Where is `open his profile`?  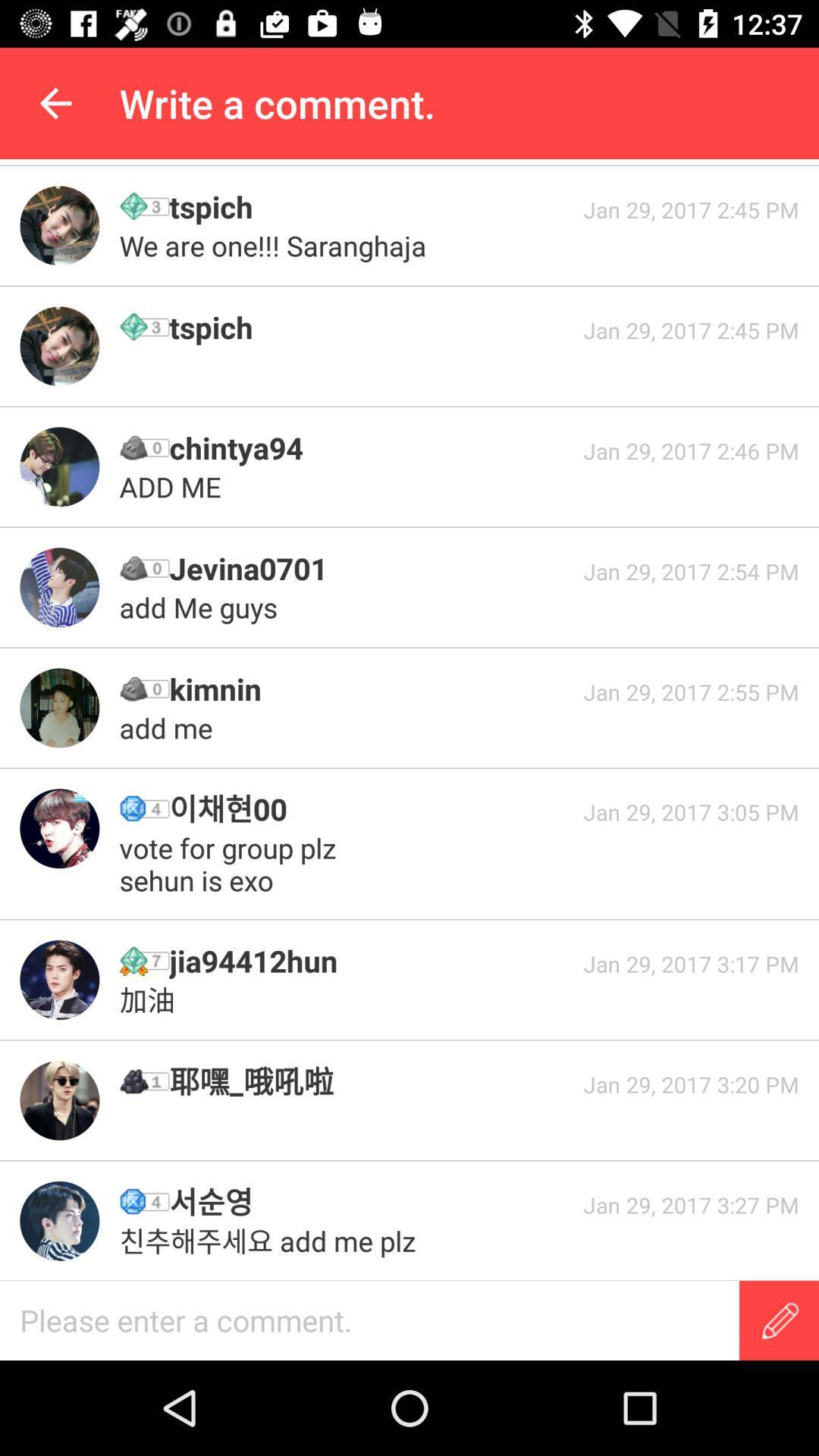
open his profile is located at coordinates (58, 707).